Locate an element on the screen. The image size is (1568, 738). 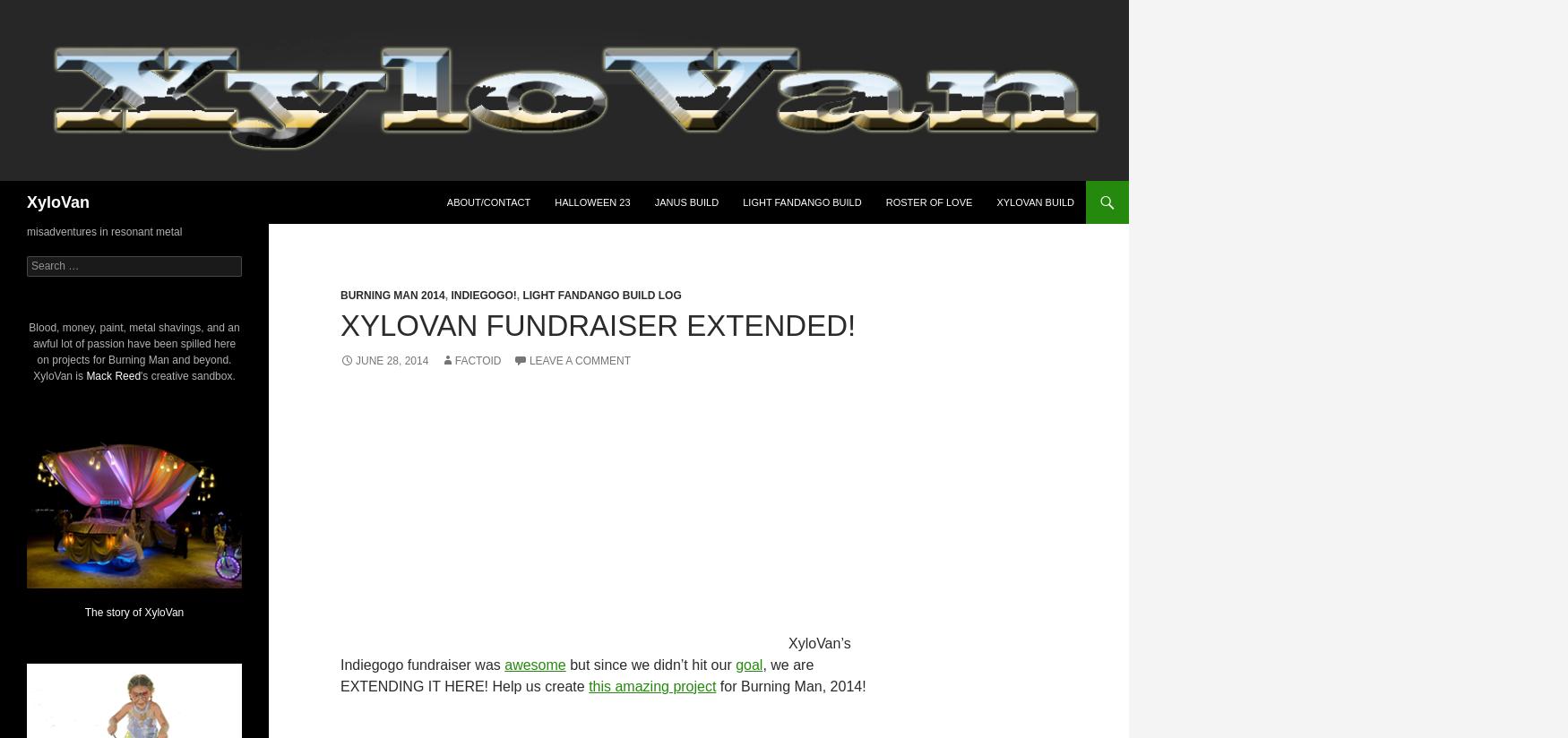
'goal' is located at coordinates (735, 665).